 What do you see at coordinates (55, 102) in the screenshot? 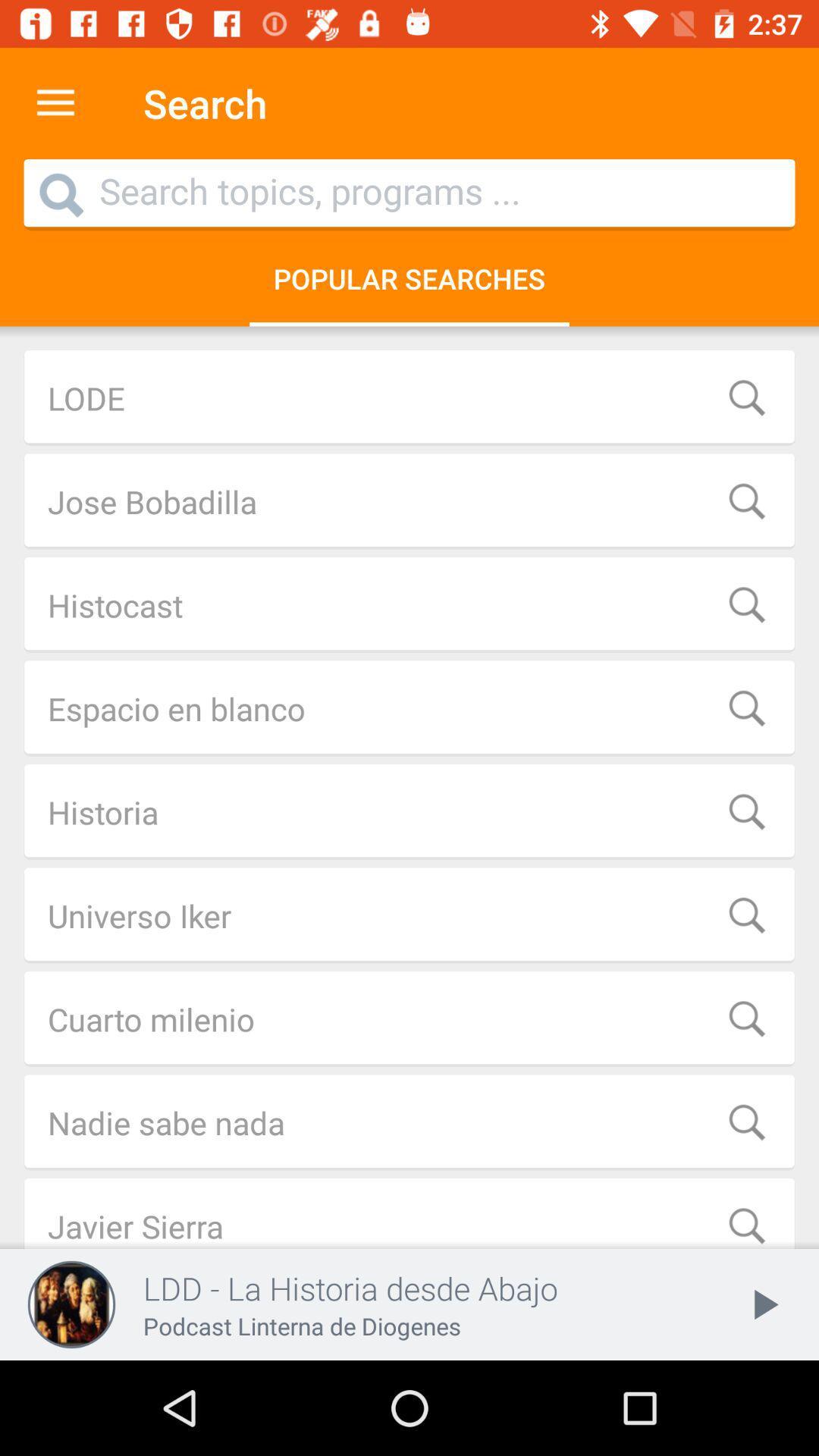
I see `item next to the search` at bounding box center [55, 102].